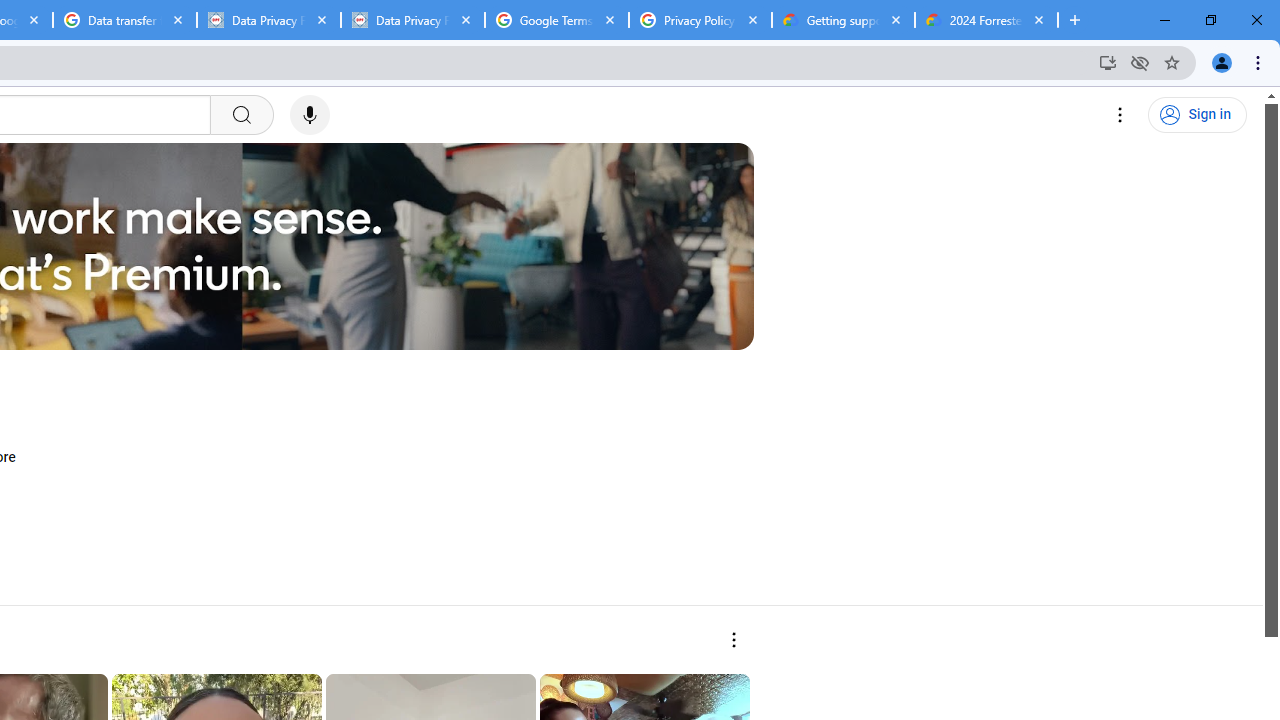  What do you see at coordinates (1106, 61) in the screenshot?
I see `'Install YouTube'` at bounding box center [1106, 61].